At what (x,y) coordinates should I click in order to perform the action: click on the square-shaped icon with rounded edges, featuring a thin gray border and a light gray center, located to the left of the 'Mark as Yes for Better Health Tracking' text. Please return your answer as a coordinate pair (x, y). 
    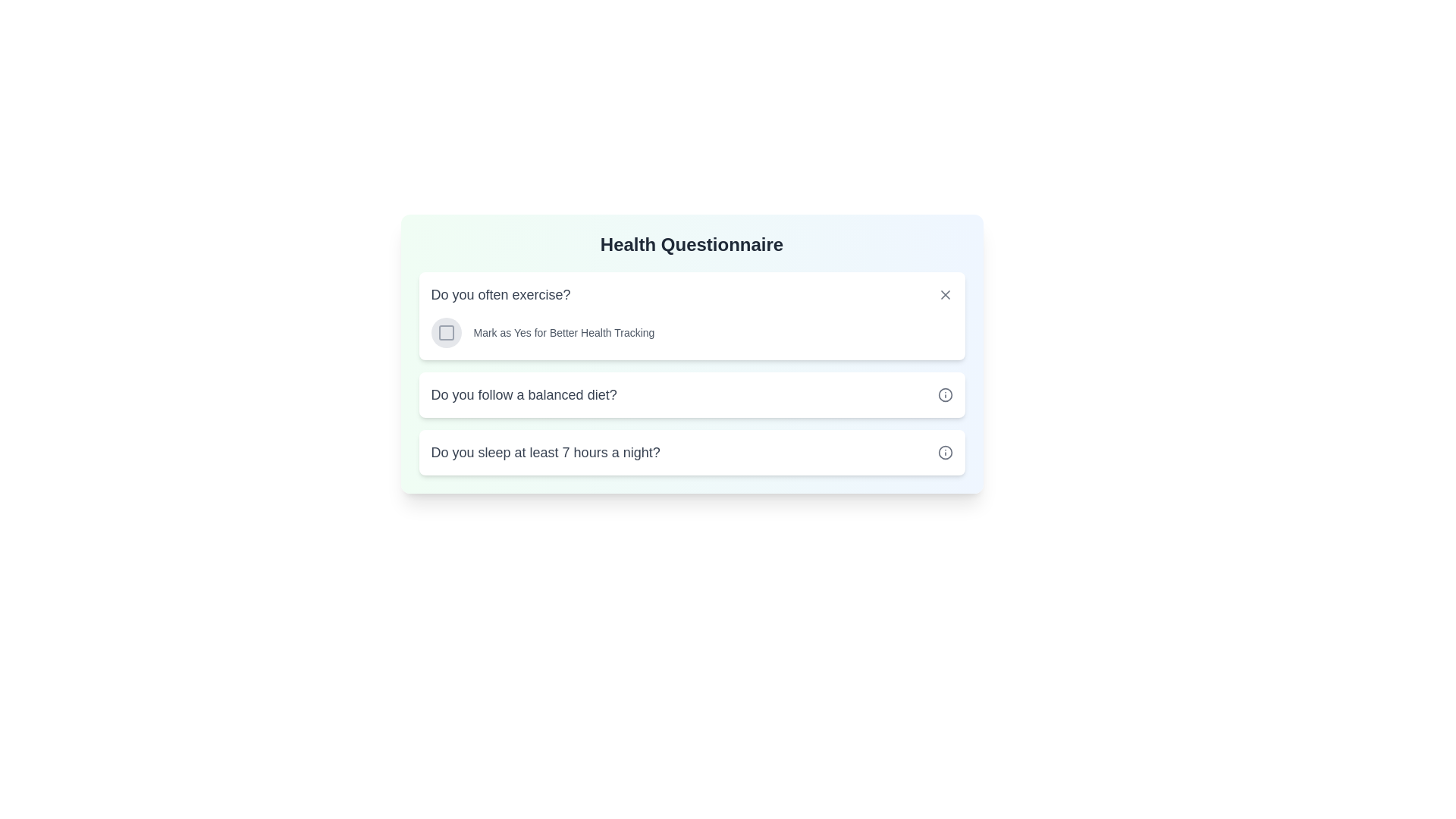
    Looking at the image, I should click on (445, 332).